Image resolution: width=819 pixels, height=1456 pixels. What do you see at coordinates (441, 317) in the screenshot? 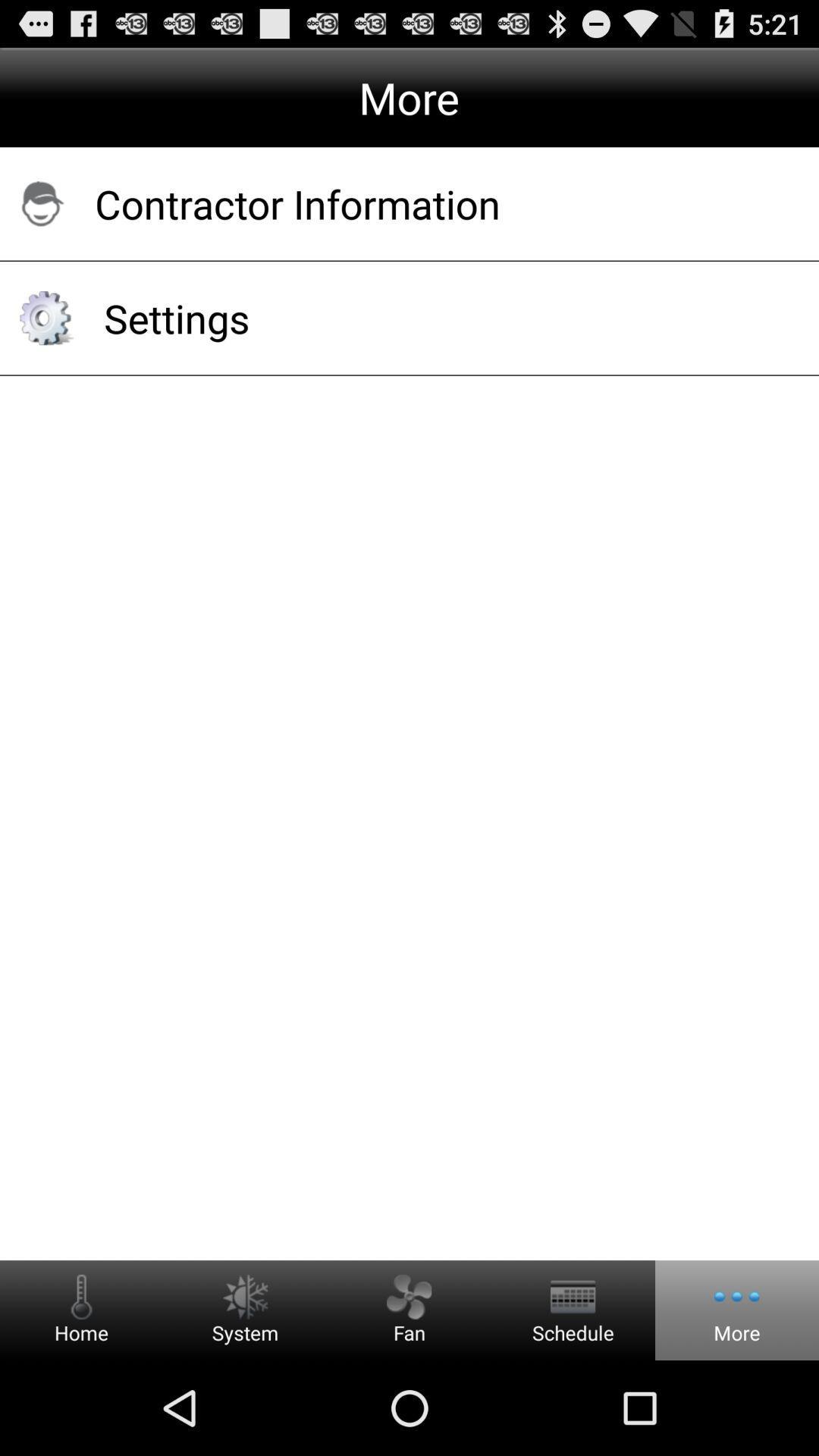
I see `the icon below contractor information item` at bounding box center [441, 317].